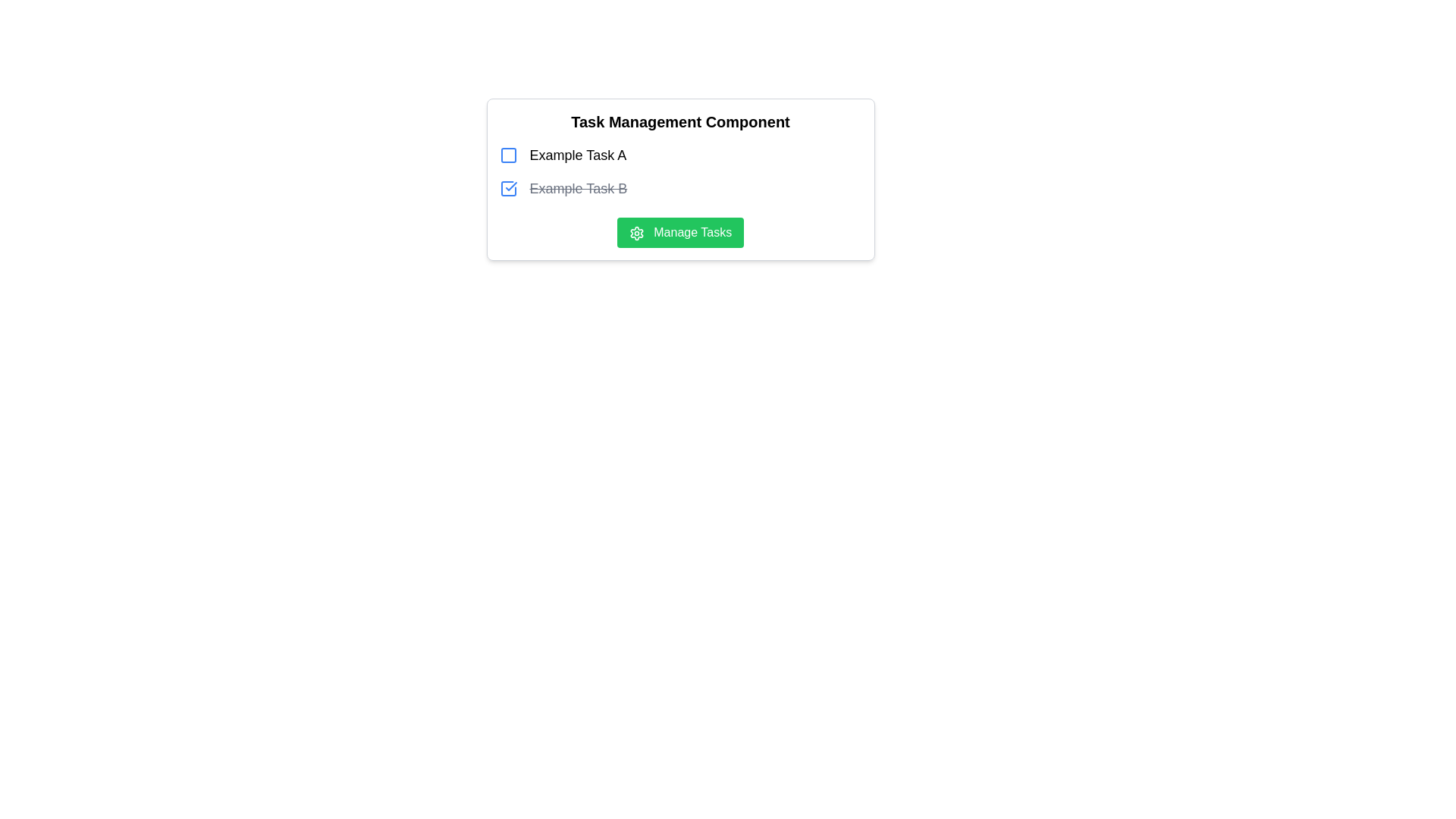  I want to click on the text label for 'Example Task B' which is marked as completed with strikethrough formatting, located below 'Example Task A' and above the 'Manage Tasks' button, so click(577, 188).